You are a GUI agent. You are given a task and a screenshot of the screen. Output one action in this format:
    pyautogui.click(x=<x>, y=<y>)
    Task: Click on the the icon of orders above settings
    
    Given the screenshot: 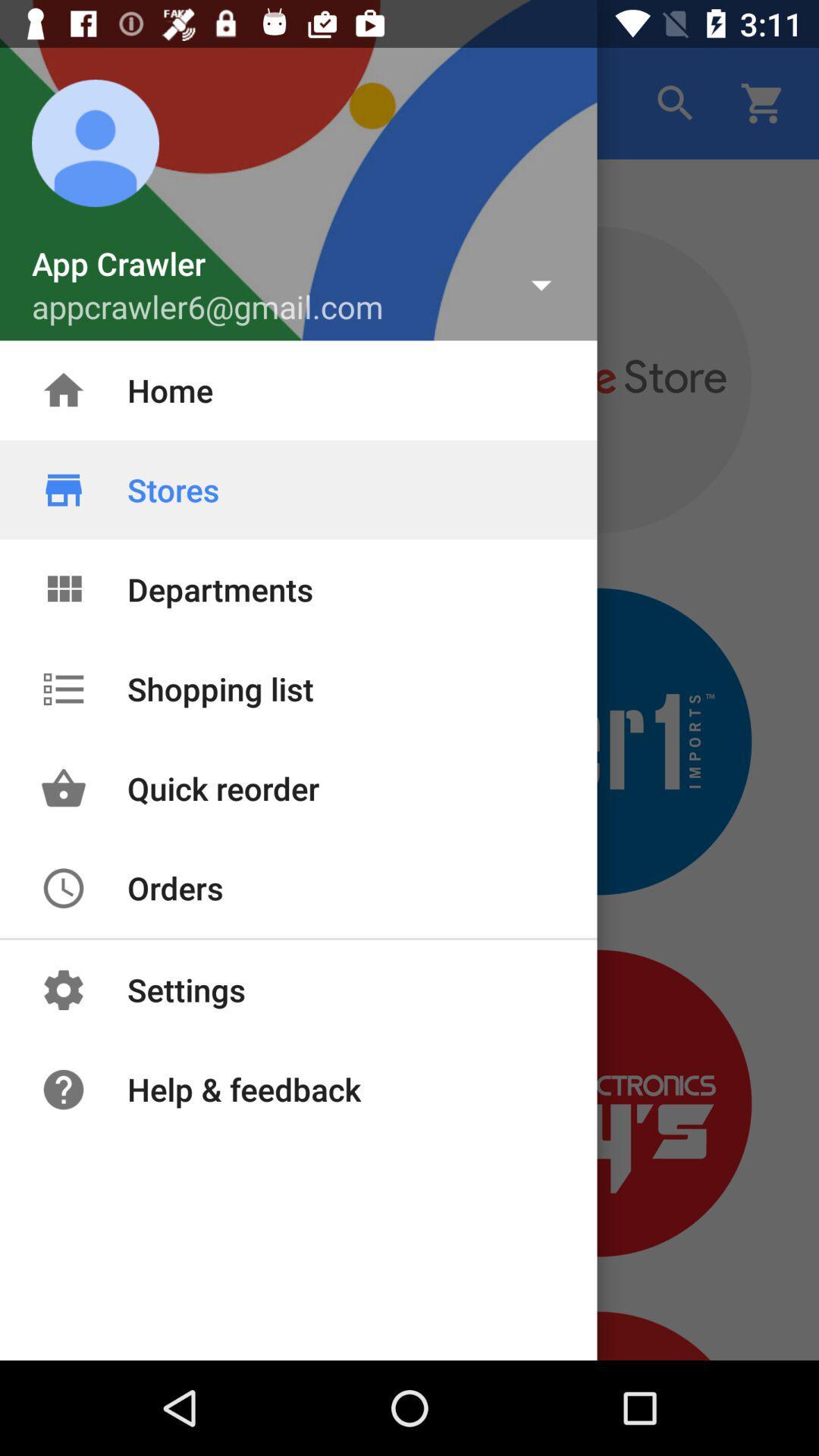 What is the action you would take?
    pyautogui.click(x=63, y=888)
    